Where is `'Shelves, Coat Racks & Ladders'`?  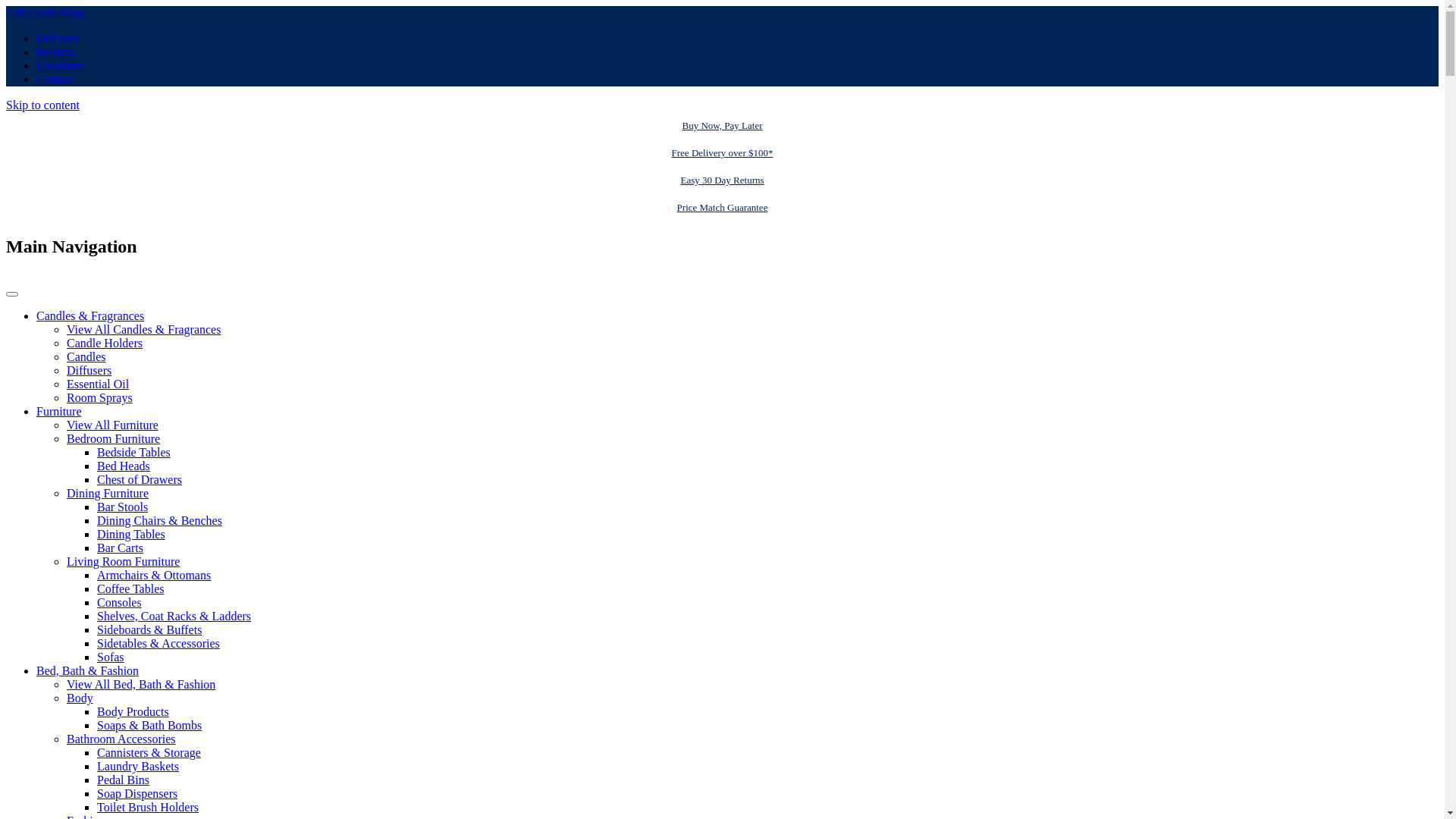
'Shelves, Coat Racks & Ladders' is located at coordinates (174, 616).